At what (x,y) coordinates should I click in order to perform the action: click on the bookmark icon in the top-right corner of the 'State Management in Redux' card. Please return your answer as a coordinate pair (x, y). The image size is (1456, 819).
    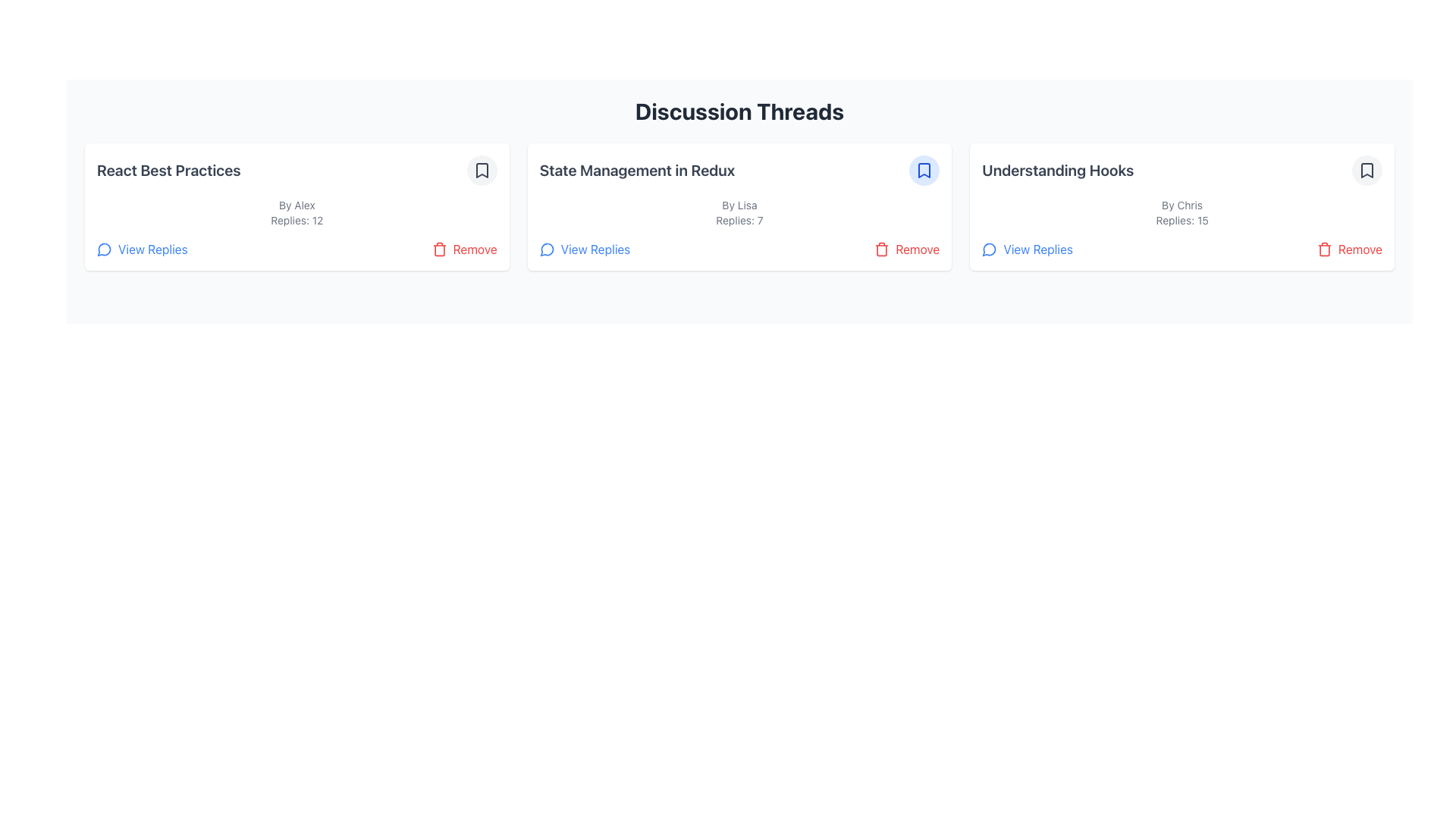
    Looking at the image, I should click on (924, 170).